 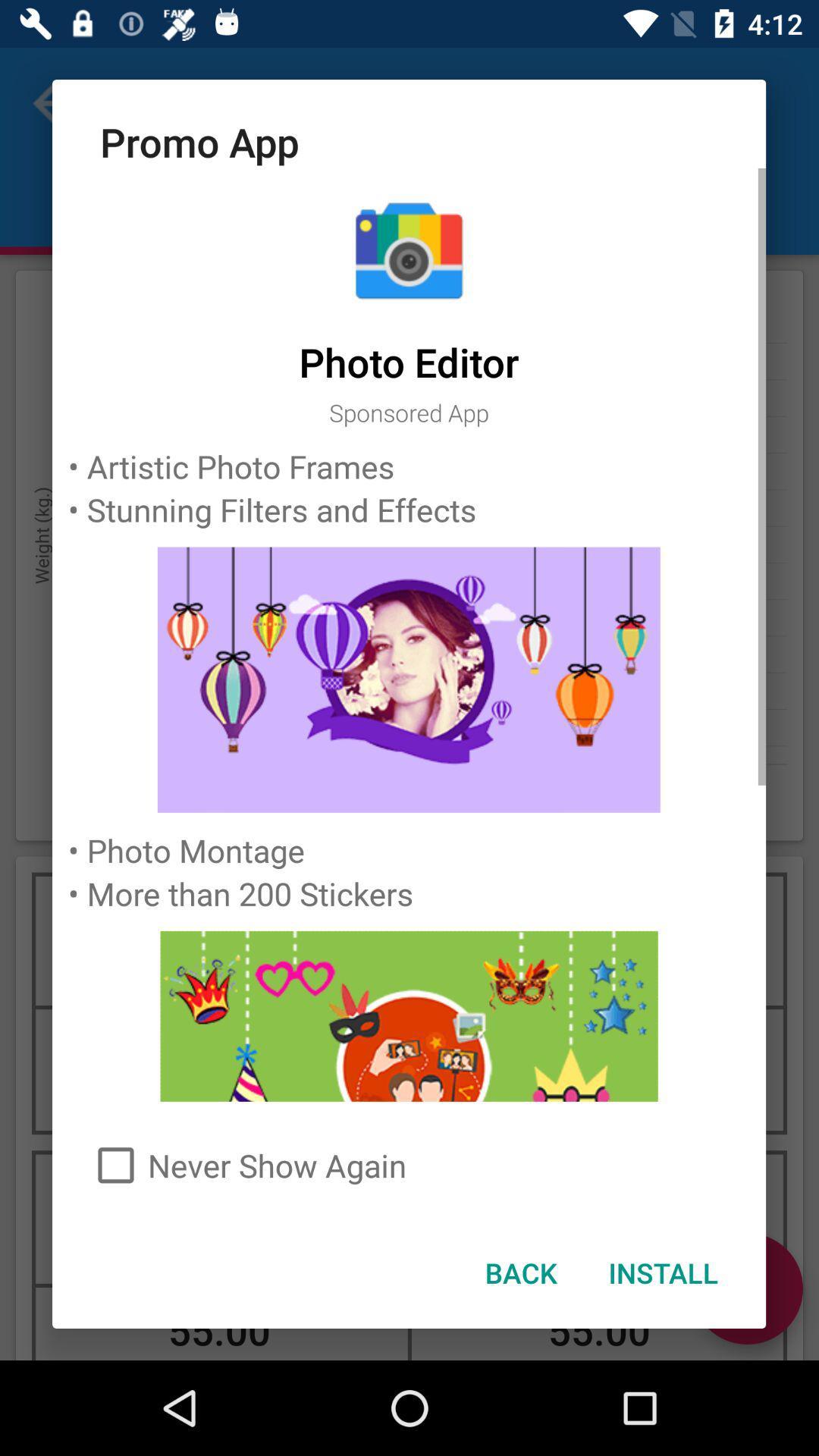 What do you see at coordinates (408, 1164) in the screenshot?
I see `the icon above back icon` at bounding box center [408, 1164].